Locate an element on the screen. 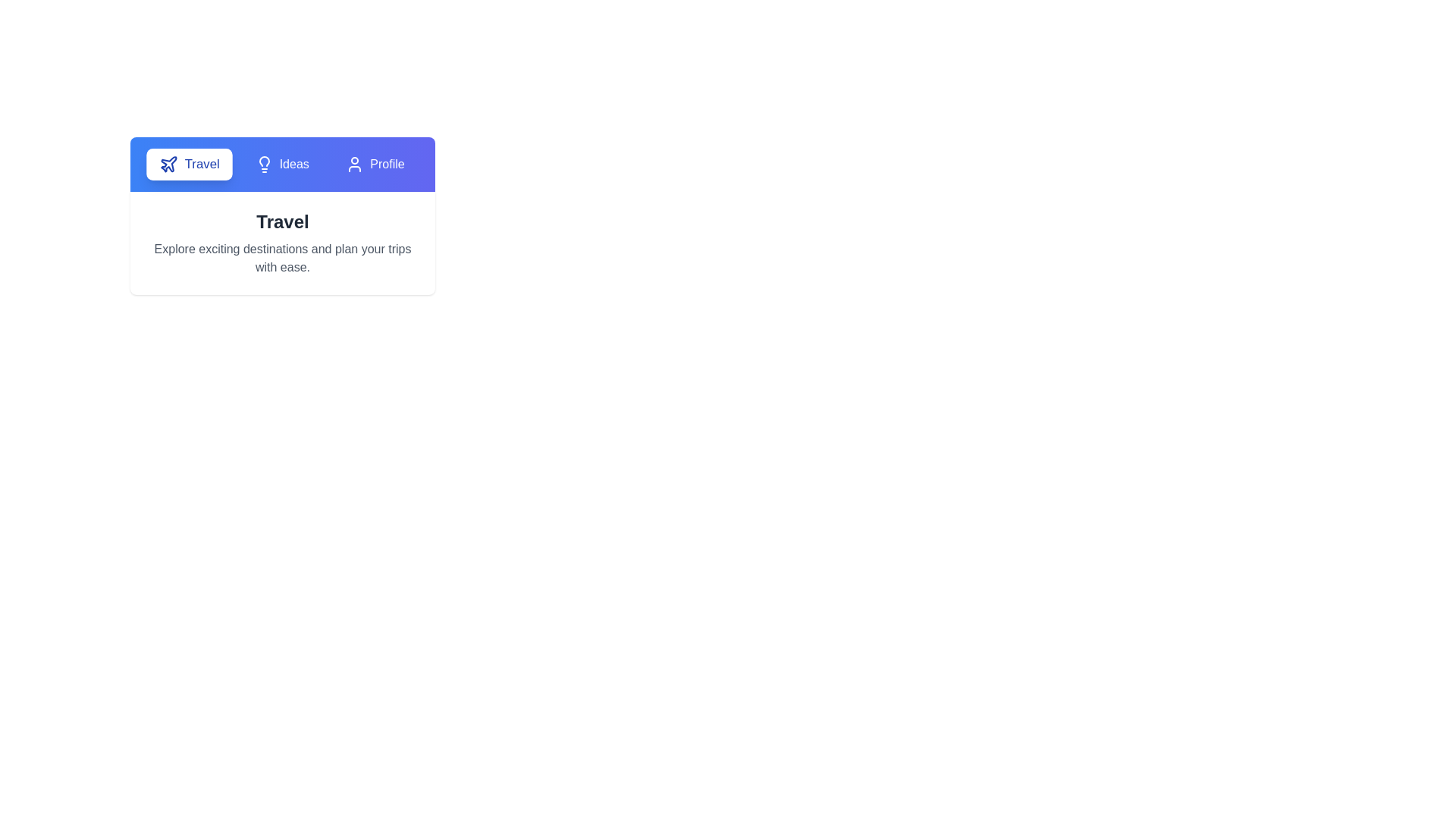 The image size is (1456, 819). the tab labeled Profile is located at coordinates (375, 164).